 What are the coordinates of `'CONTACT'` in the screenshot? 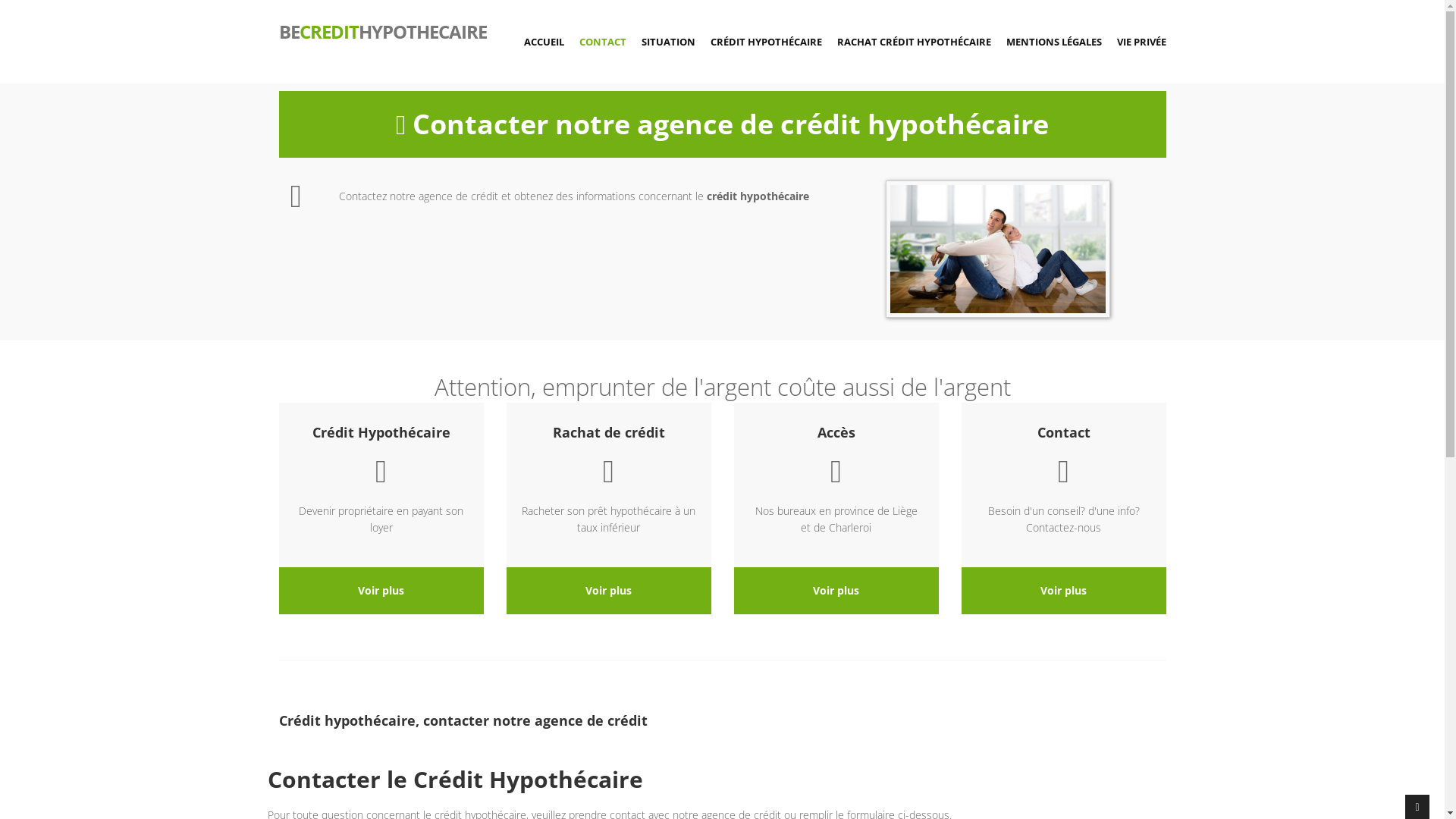 It's located at (602, 40).